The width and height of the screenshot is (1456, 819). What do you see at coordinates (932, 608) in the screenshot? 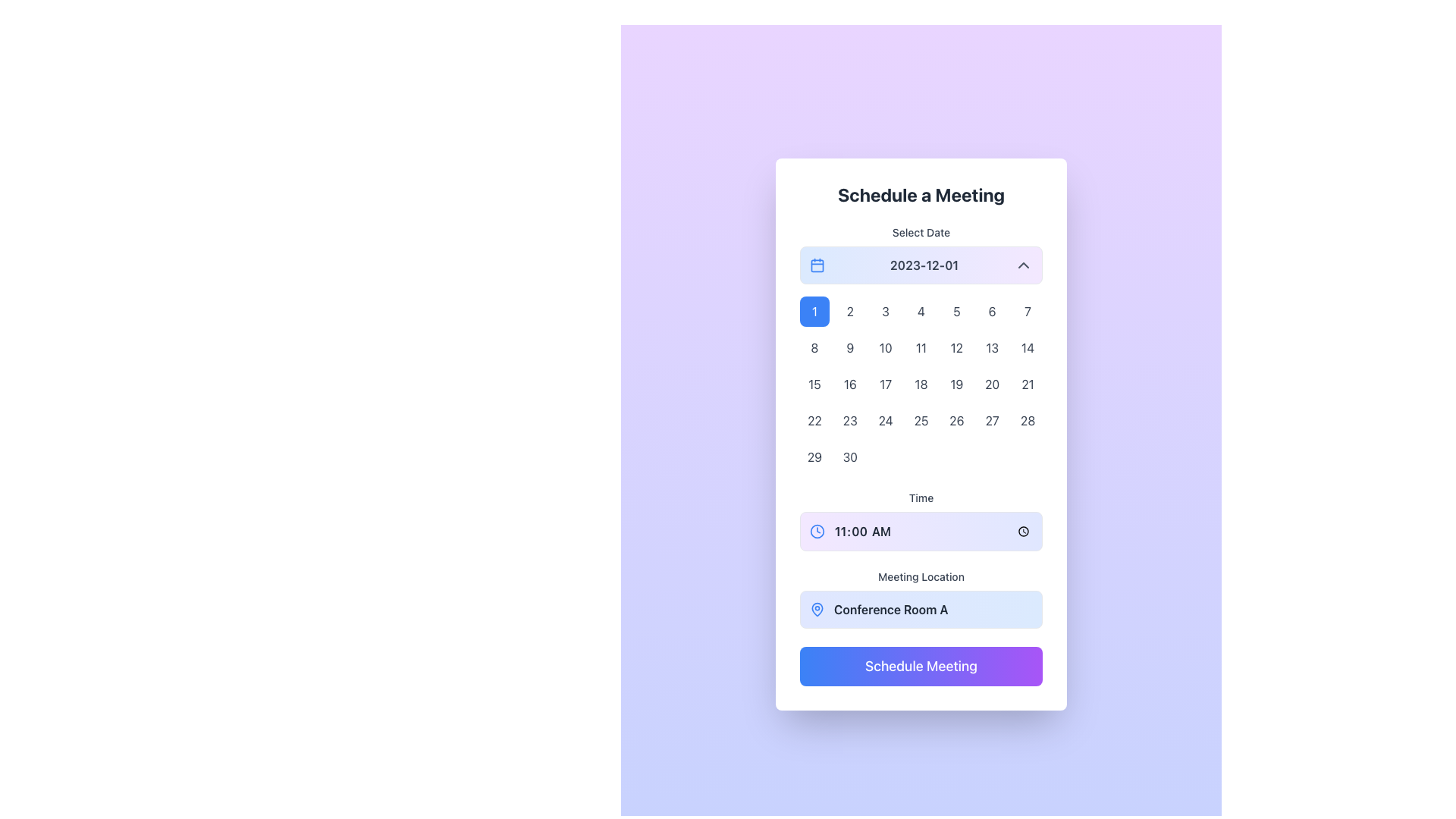
I see `on the text input field with placeholder text 'Enter location' and prefilled value 'Conference Room A'` at bounding box center [932, 608].